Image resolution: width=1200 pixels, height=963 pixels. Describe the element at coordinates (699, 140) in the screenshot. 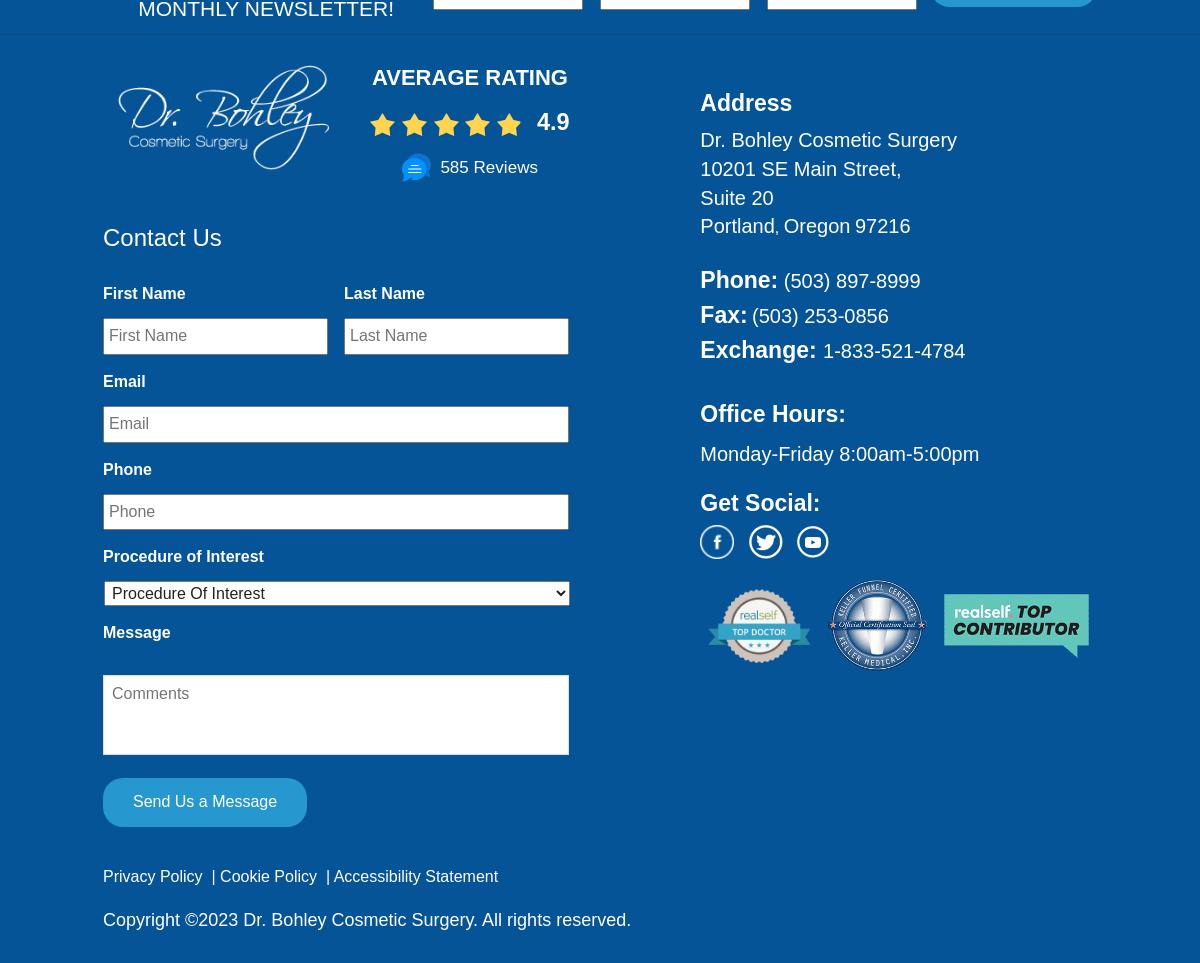

I see `'Dr. Bohley Cosmetic Surgery'` at that location.